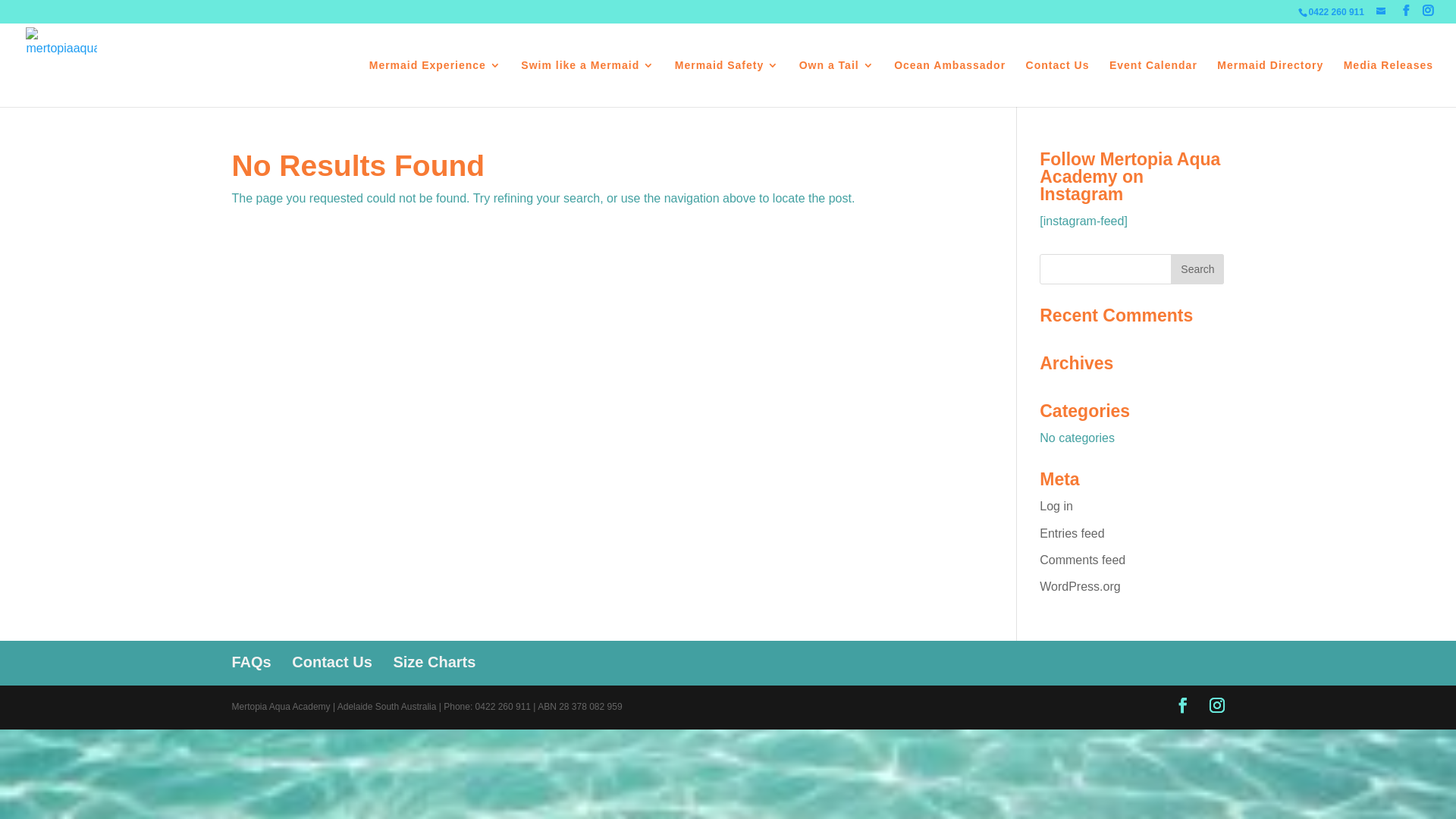  Describe the element at coordinates (1216, 83) in the screenshot. I see `'Mermaid Directory'` at that location.